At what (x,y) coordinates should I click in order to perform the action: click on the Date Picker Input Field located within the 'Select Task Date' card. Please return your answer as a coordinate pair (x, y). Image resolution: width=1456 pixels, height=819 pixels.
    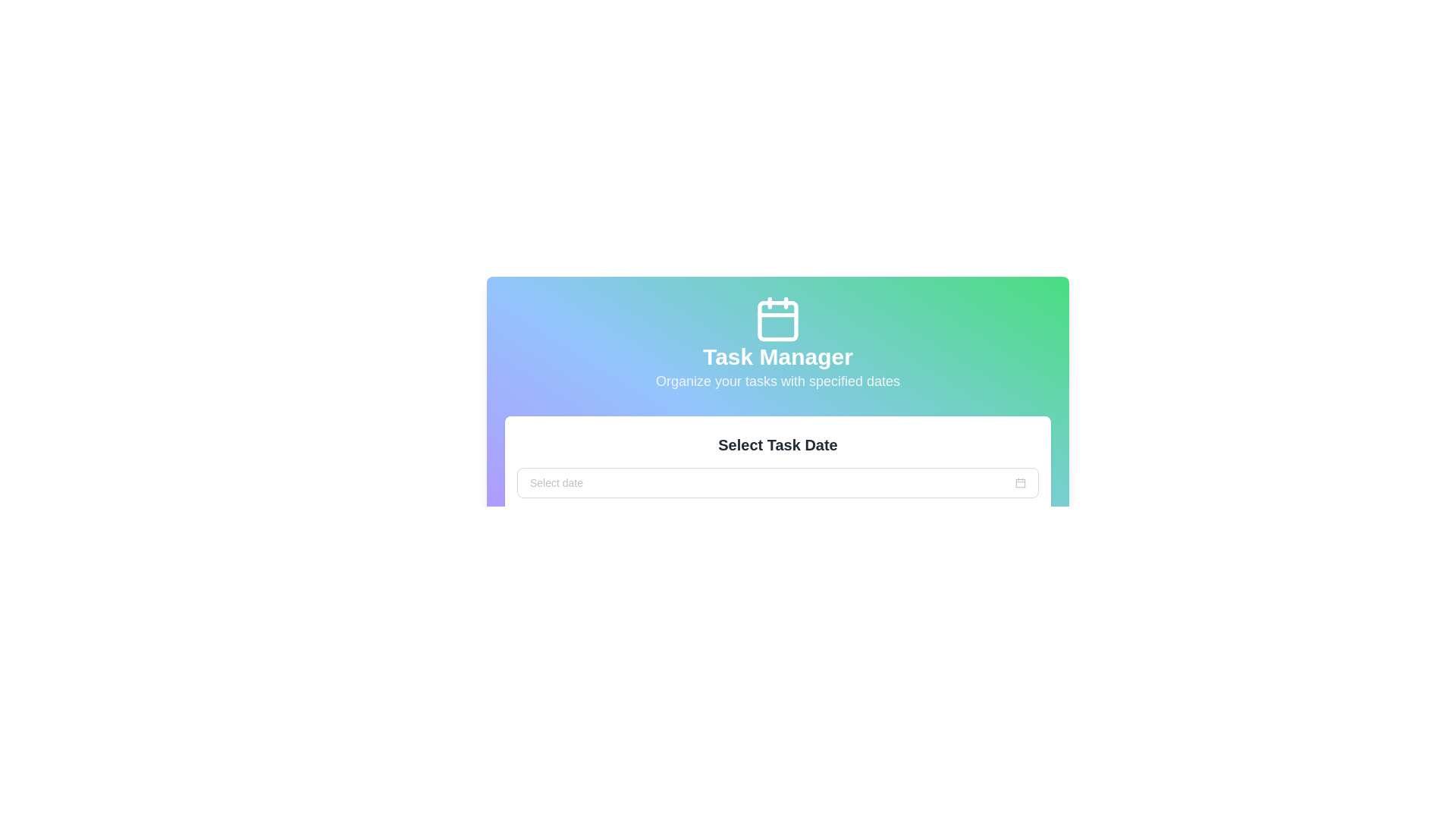
    Looking at the image, I should click on (778, 482).